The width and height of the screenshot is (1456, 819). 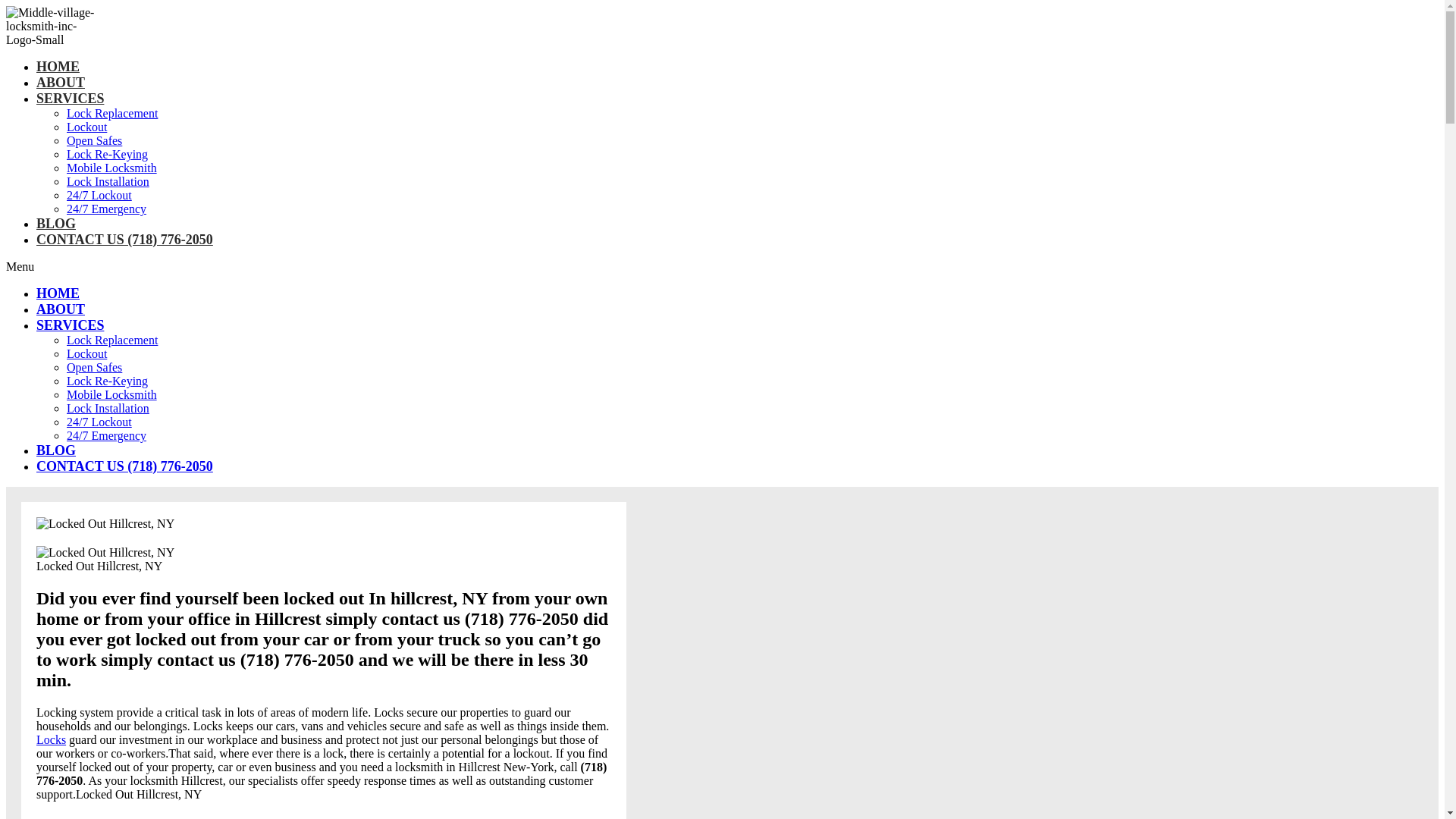 I want to click on 'CONTACT US (718) 776-2050', so click(x=36, y=465).